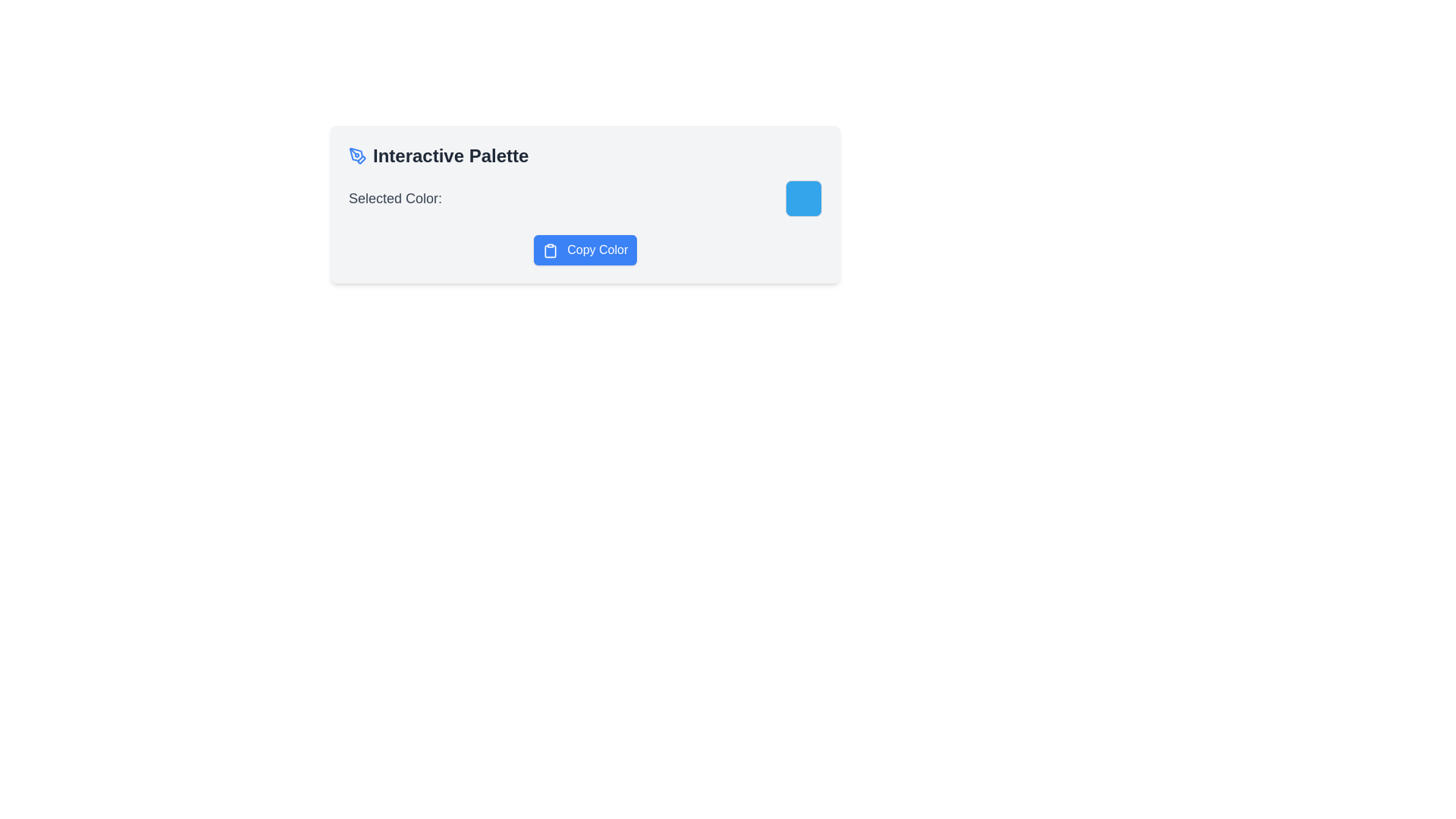  What do you see at coordinates (585, 198) in the screenshot?
I see `the Informational display element labeled 'Selected Color:' which includes a blue color preview box` at bounding box center [585, 198].